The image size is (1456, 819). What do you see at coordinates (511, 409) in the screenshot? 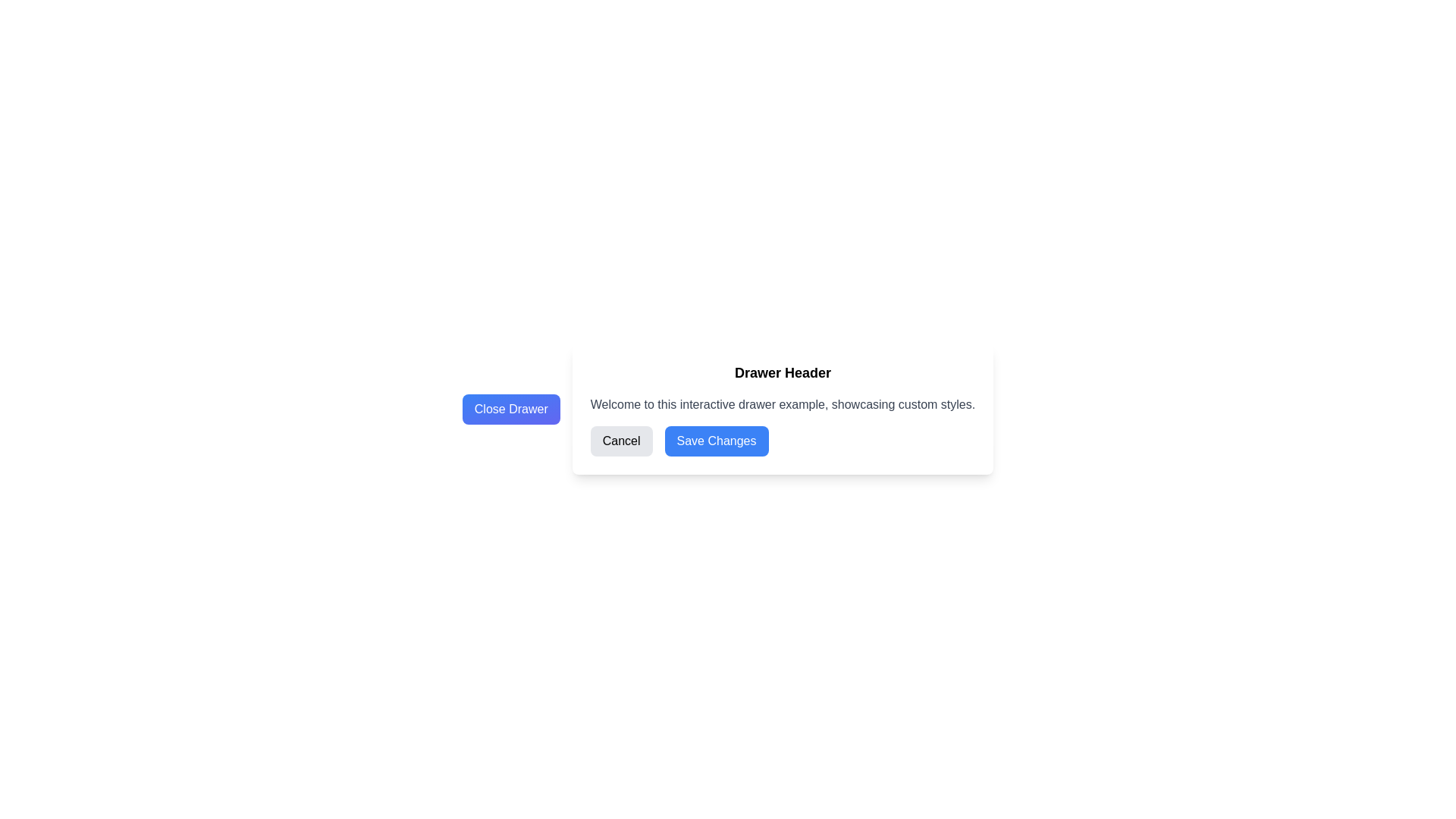
I see `the close button located on the left side of the drawer header` at bounding box center [511, 409].